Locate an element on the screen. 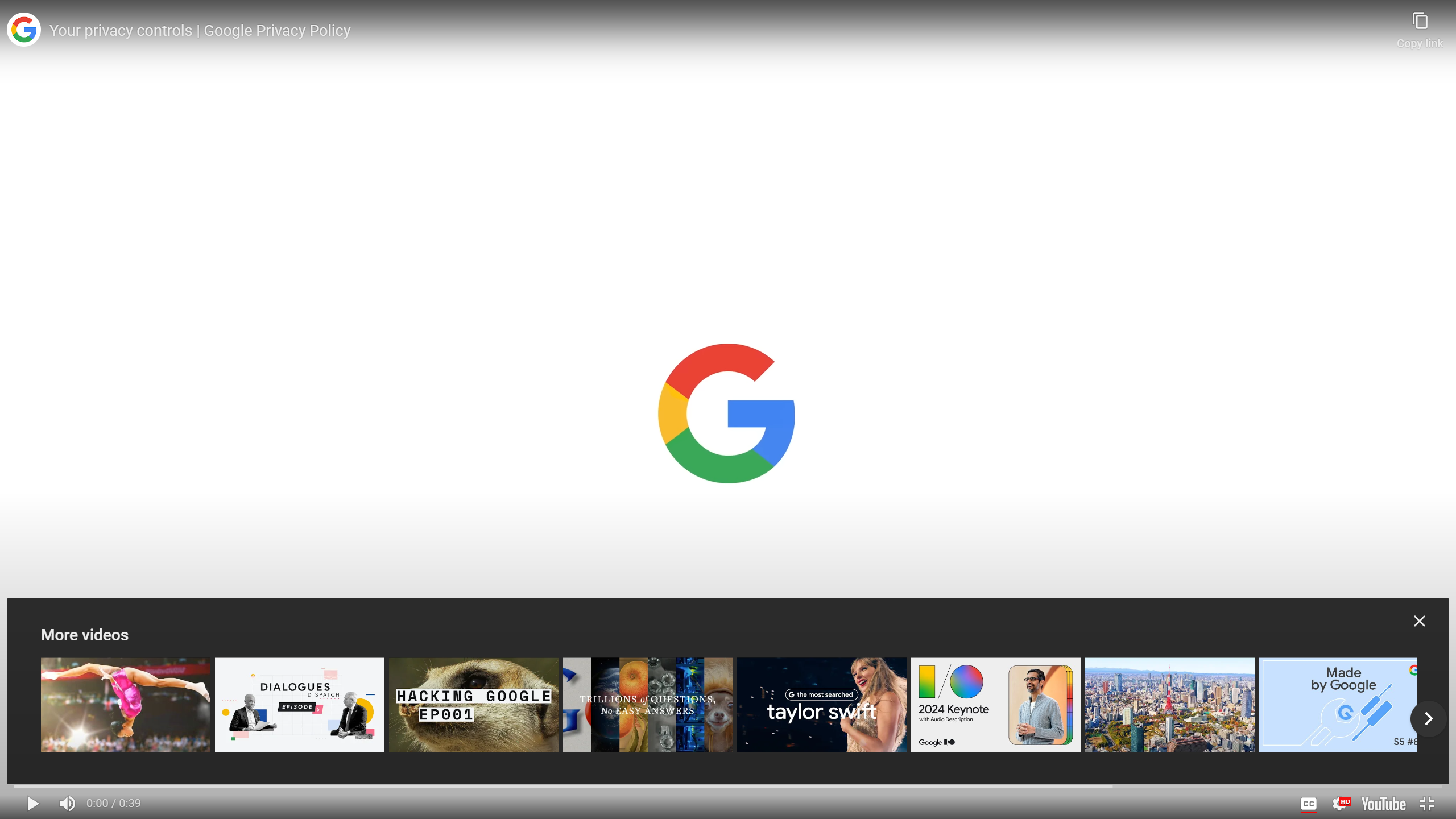 This screenshot has height=819, width=1456. 'Exit full screen (f)' is located at coordinates (1428, 803).